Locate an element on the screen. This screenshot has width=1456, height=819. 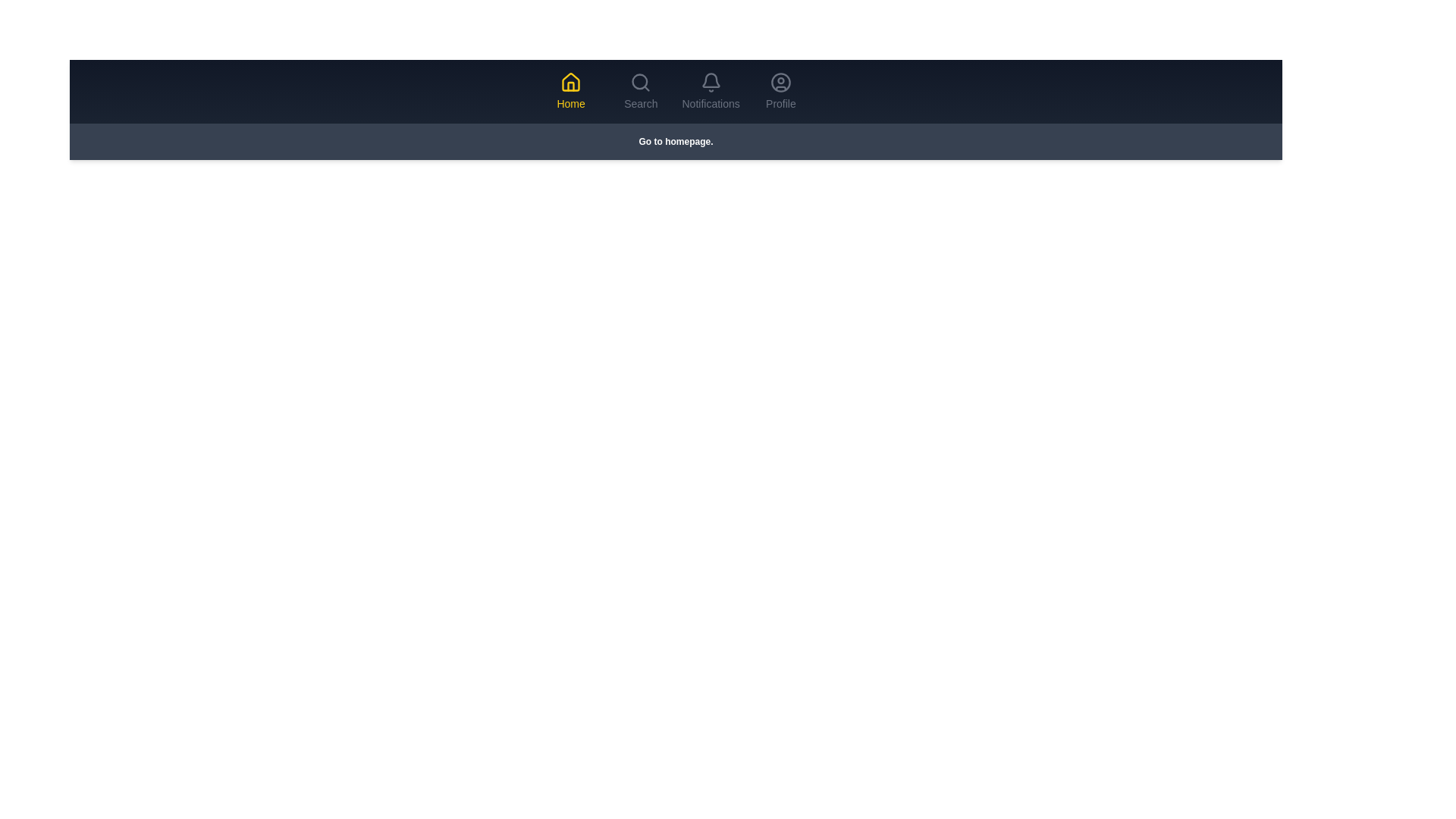
the Home tab to view its content is located at coordinates (570, 91).